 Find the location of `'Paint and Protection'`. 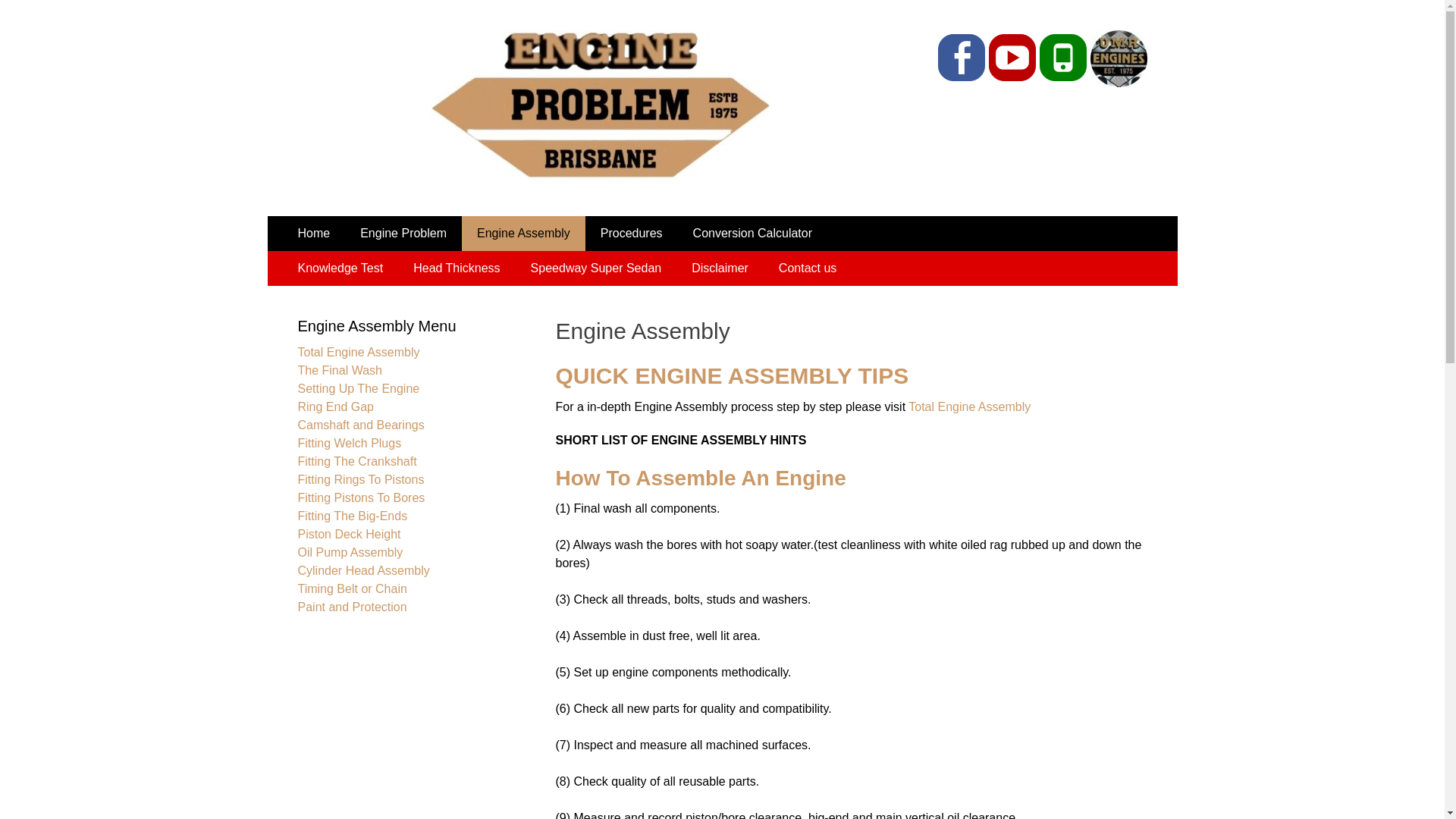

'Paint and Protection' is located at coordinates (351, 606).